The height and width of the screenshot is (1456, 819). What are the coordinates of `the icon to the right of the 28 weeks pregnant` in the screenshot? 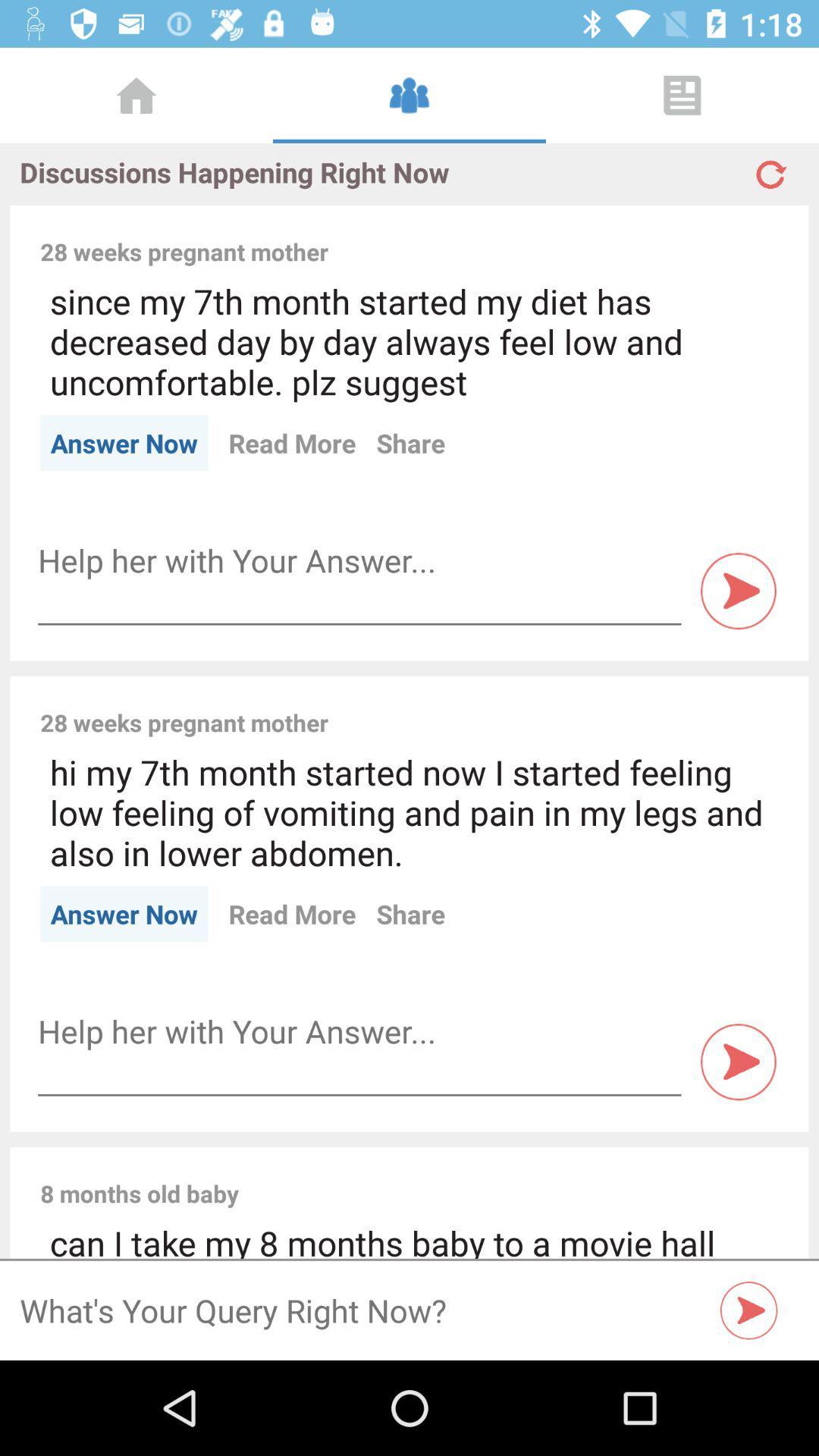 It's located at (563, 705).